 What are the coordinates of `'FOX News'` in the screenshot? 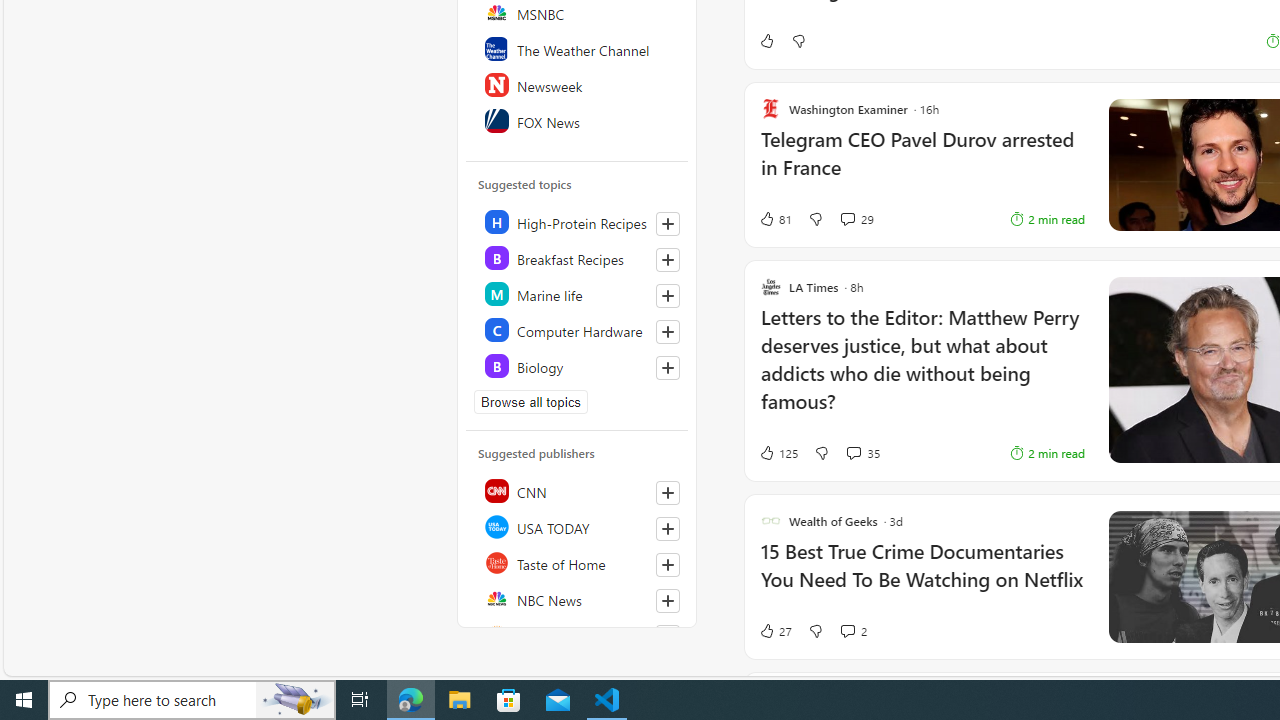 It's located at (577, 120).